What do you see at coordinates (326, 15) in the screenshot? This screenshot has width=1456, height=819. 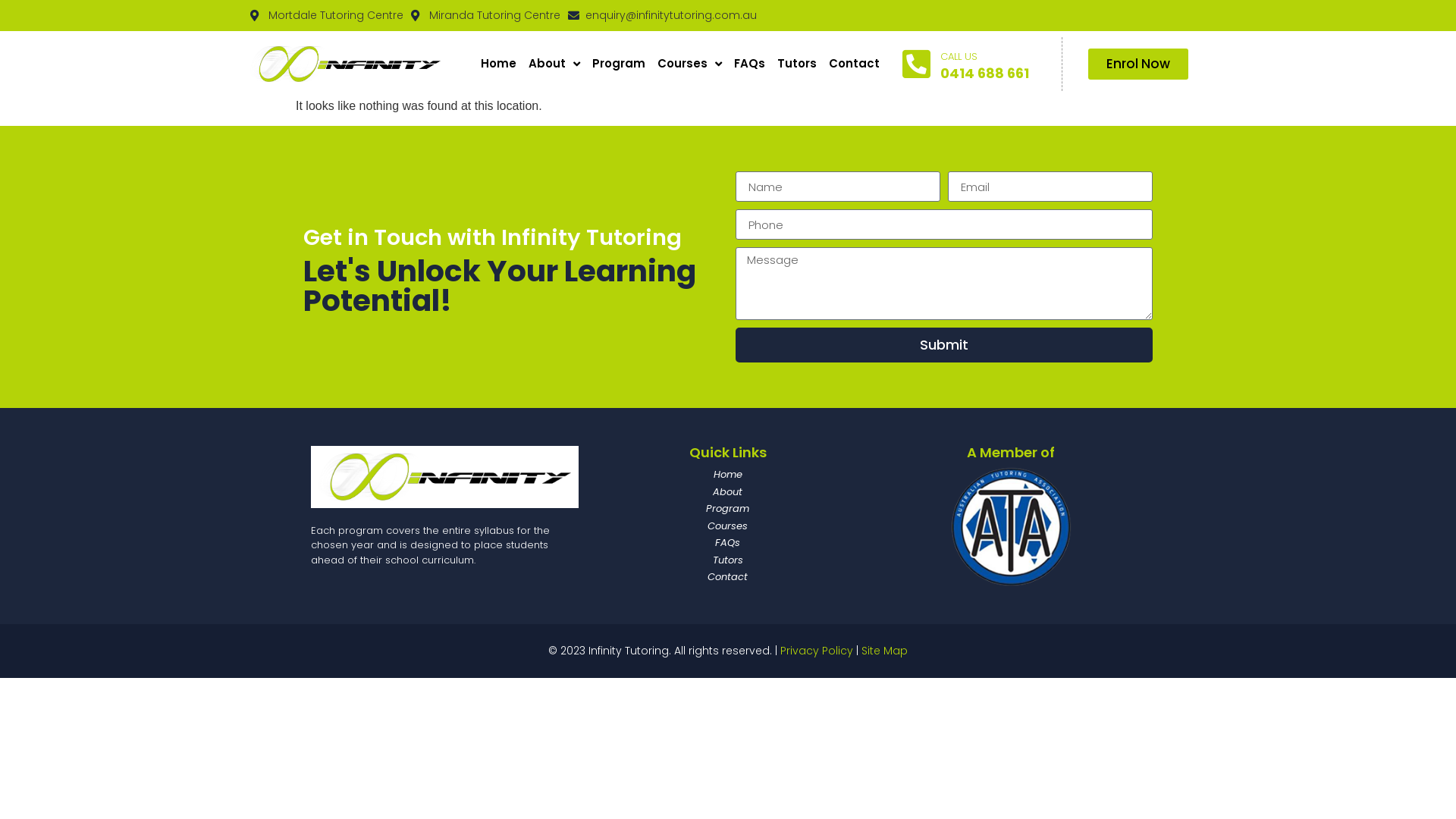 I see `'Mortdale Tutoring Centre'` at bounding box center [326, 15].